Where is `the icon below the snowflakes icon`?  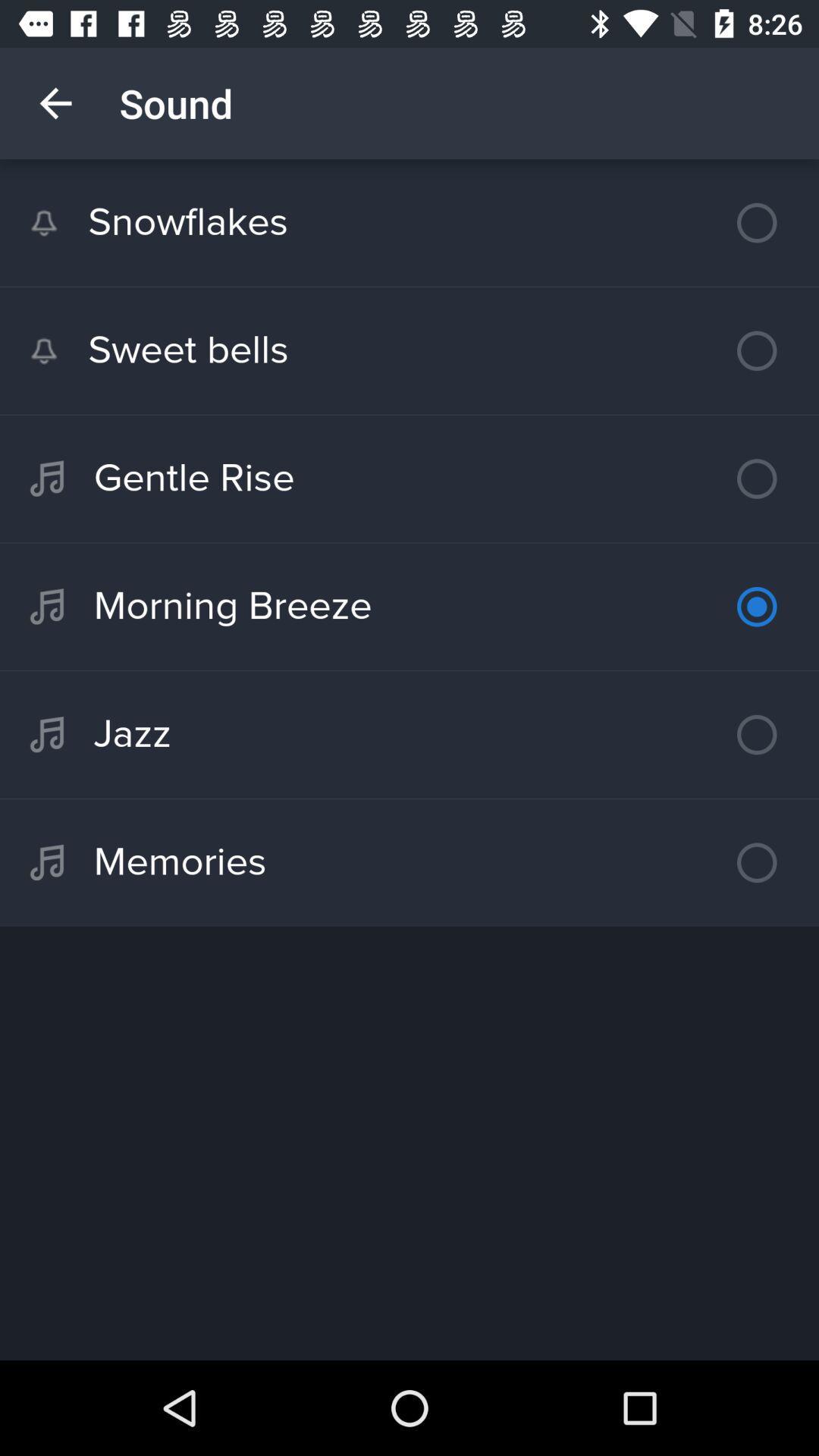 the icon below the snowflakes icon is located at coordinates (409, 350).